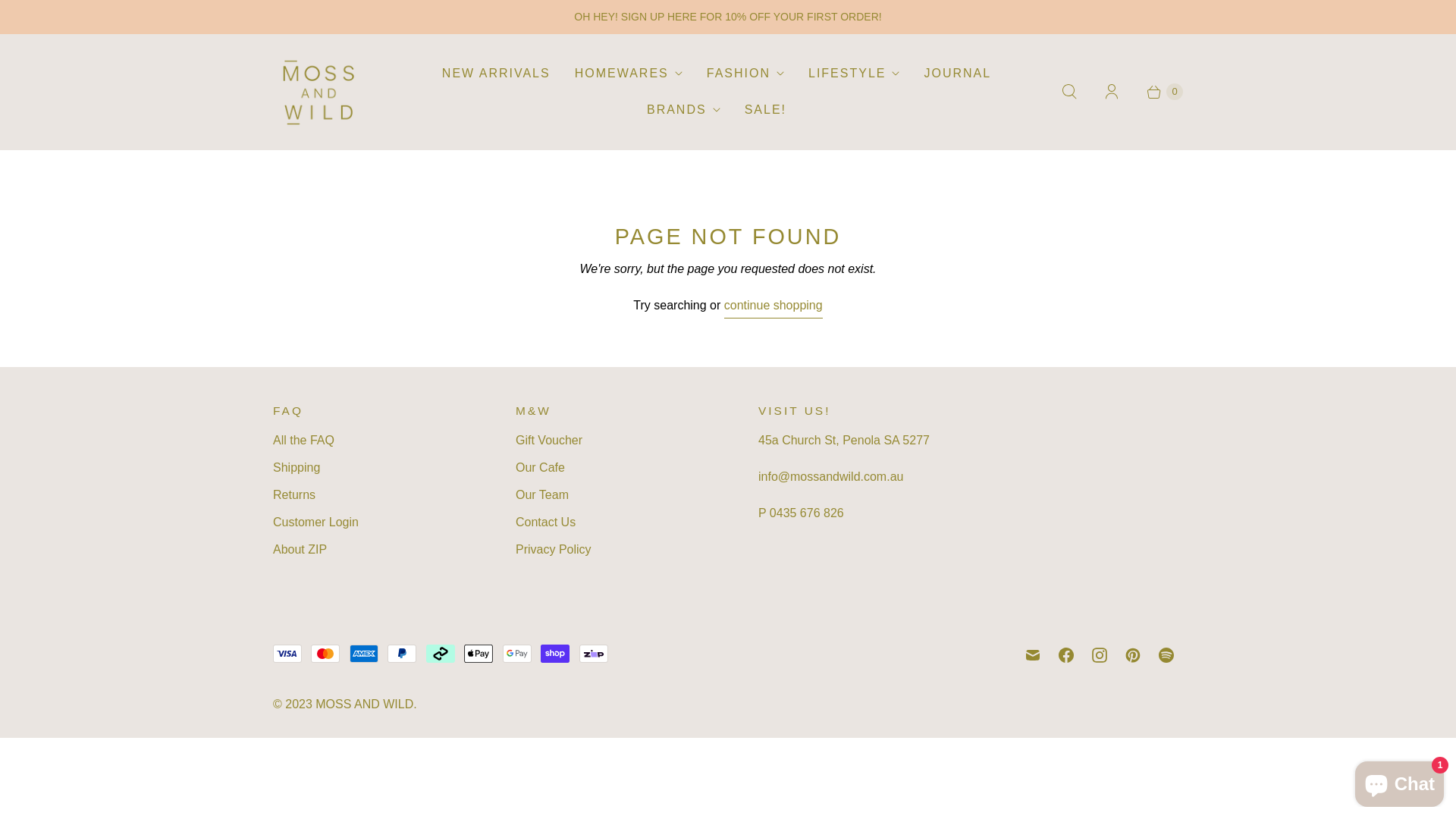 This screenshot has height=819, width=1456. Describe the element at coordinates (723, 307) in the screenshot. I see `'continue shopping'` at that location.